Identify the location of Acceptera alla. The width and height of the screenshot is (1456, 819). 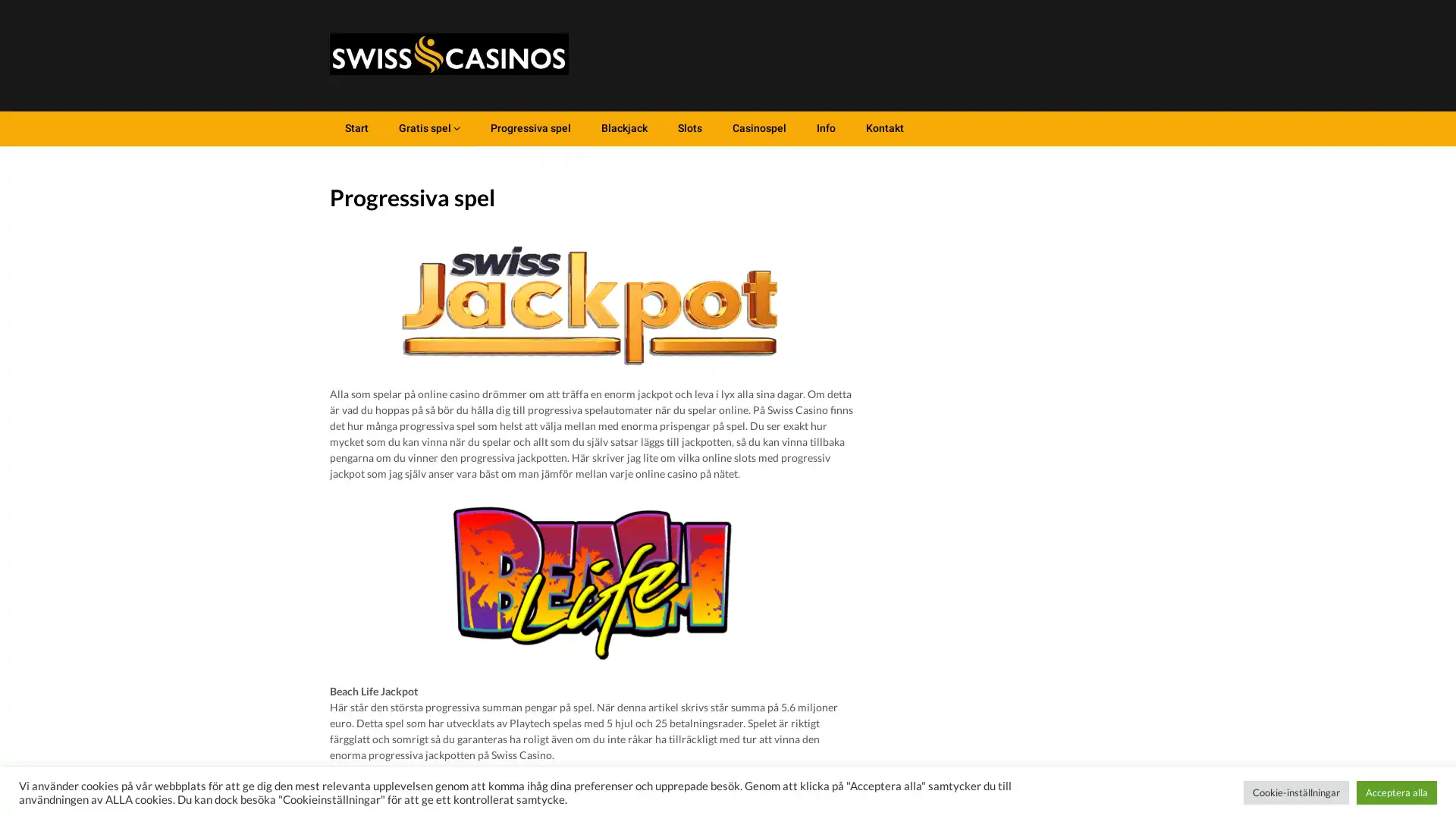
(1396, 792).